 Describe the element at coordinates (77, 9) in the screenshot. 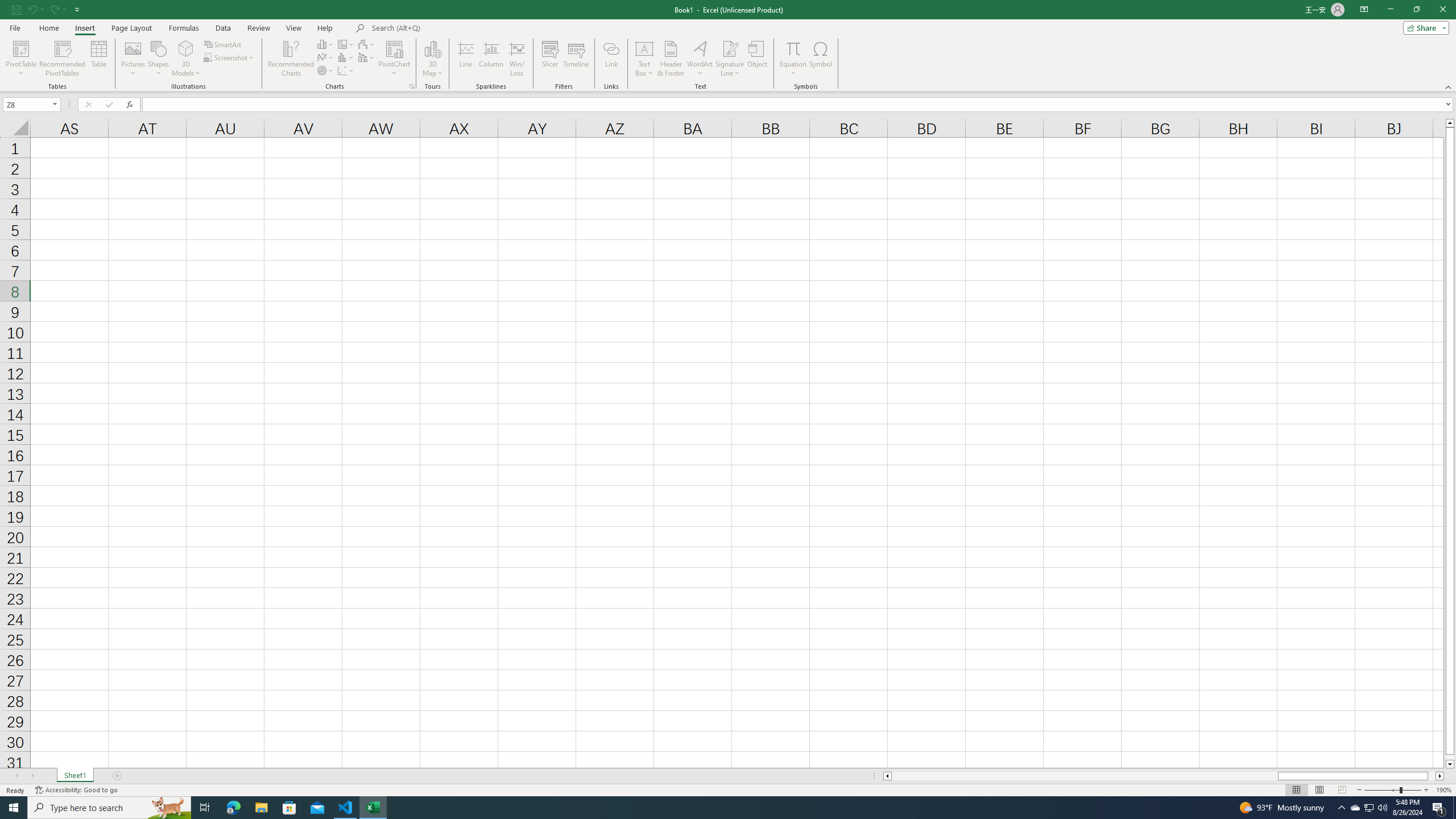

I see `'Customize Quick Access Toolbar'` at that location.